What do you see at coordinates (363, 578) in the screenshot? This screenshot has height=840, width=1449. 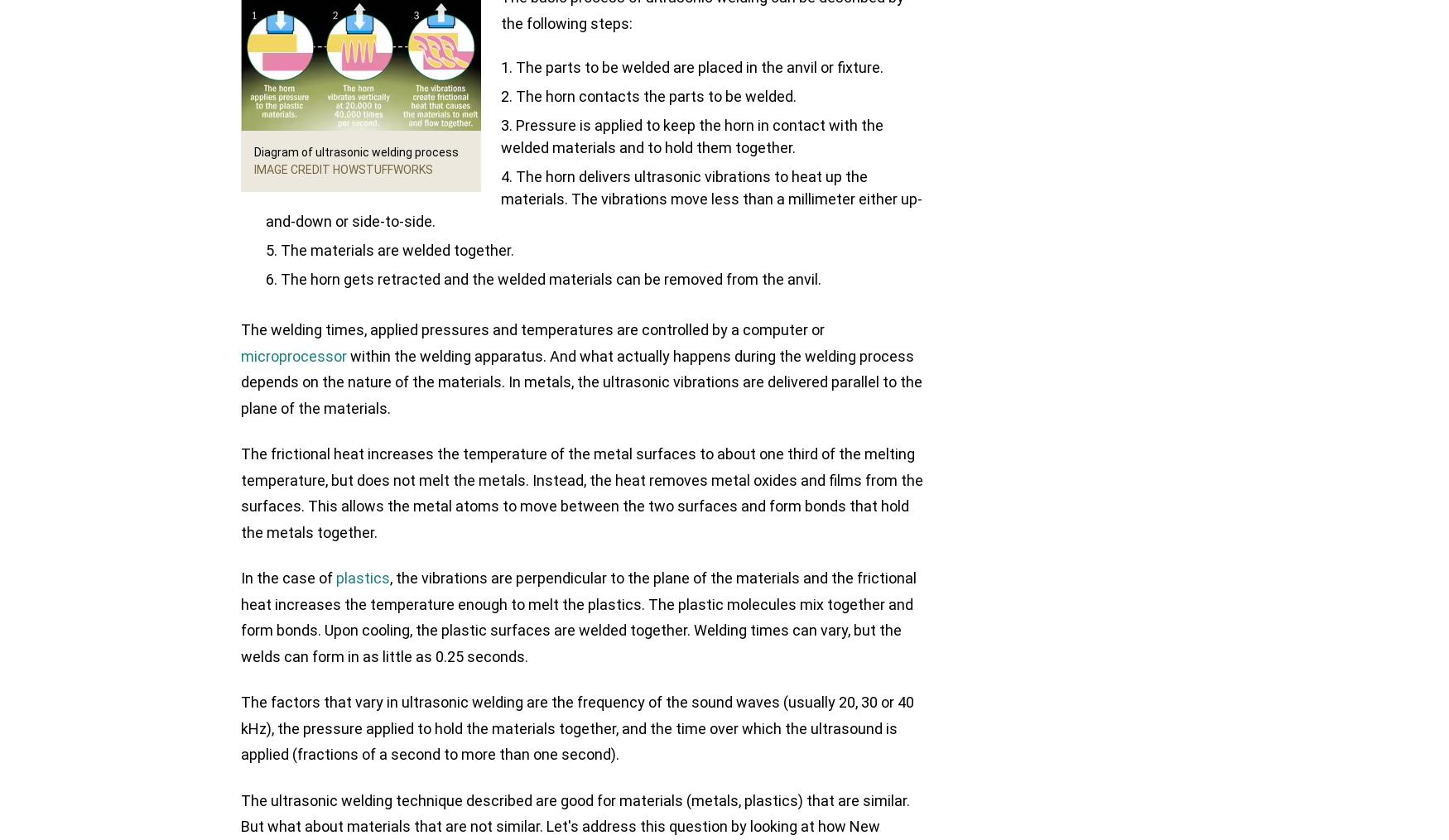 I see `'plastics'` at bounding box center [363, 578].